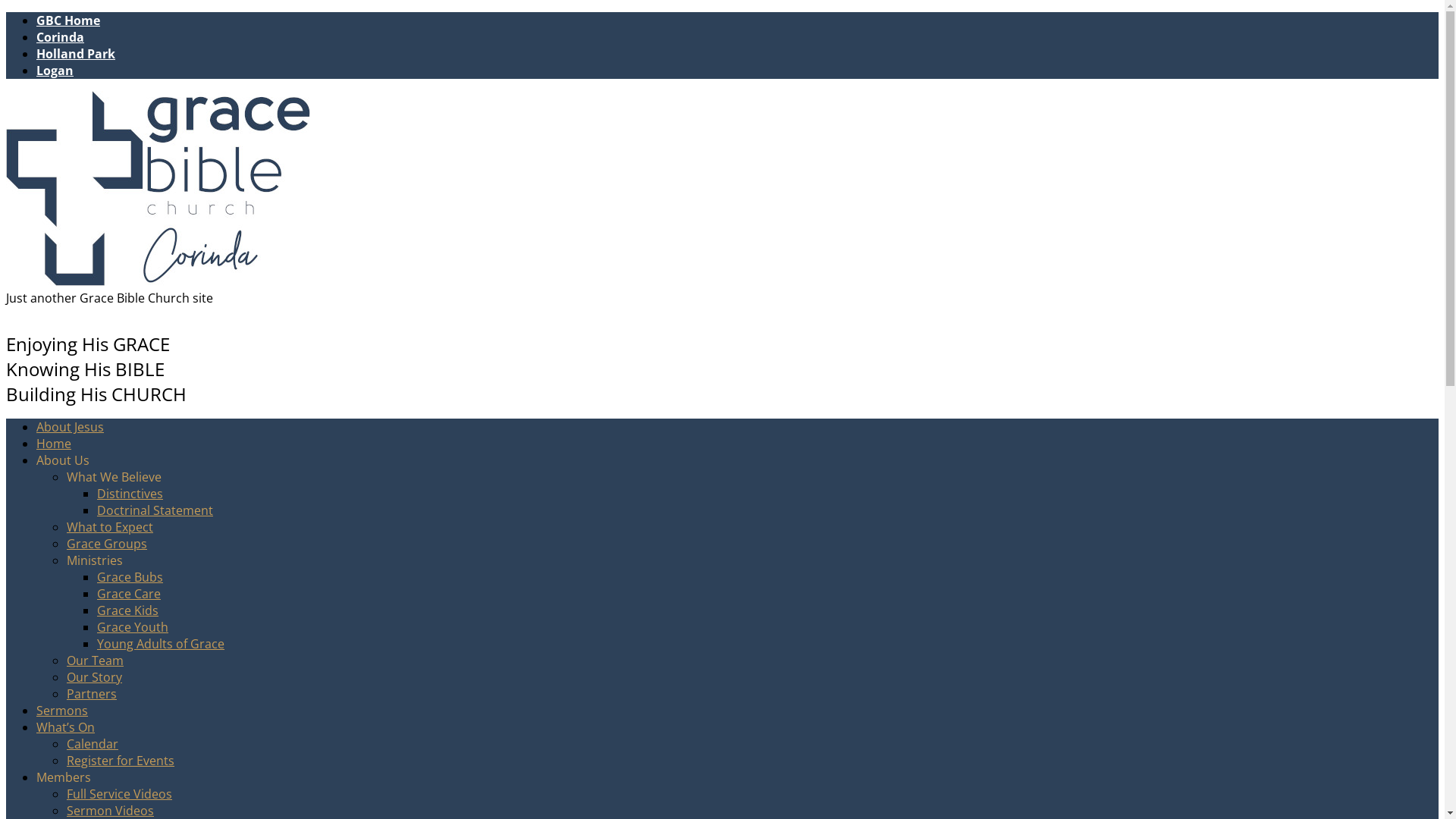  Describe the element at coordinates (91, 742) in the screenshot. I see `'Calendar'` at that location.